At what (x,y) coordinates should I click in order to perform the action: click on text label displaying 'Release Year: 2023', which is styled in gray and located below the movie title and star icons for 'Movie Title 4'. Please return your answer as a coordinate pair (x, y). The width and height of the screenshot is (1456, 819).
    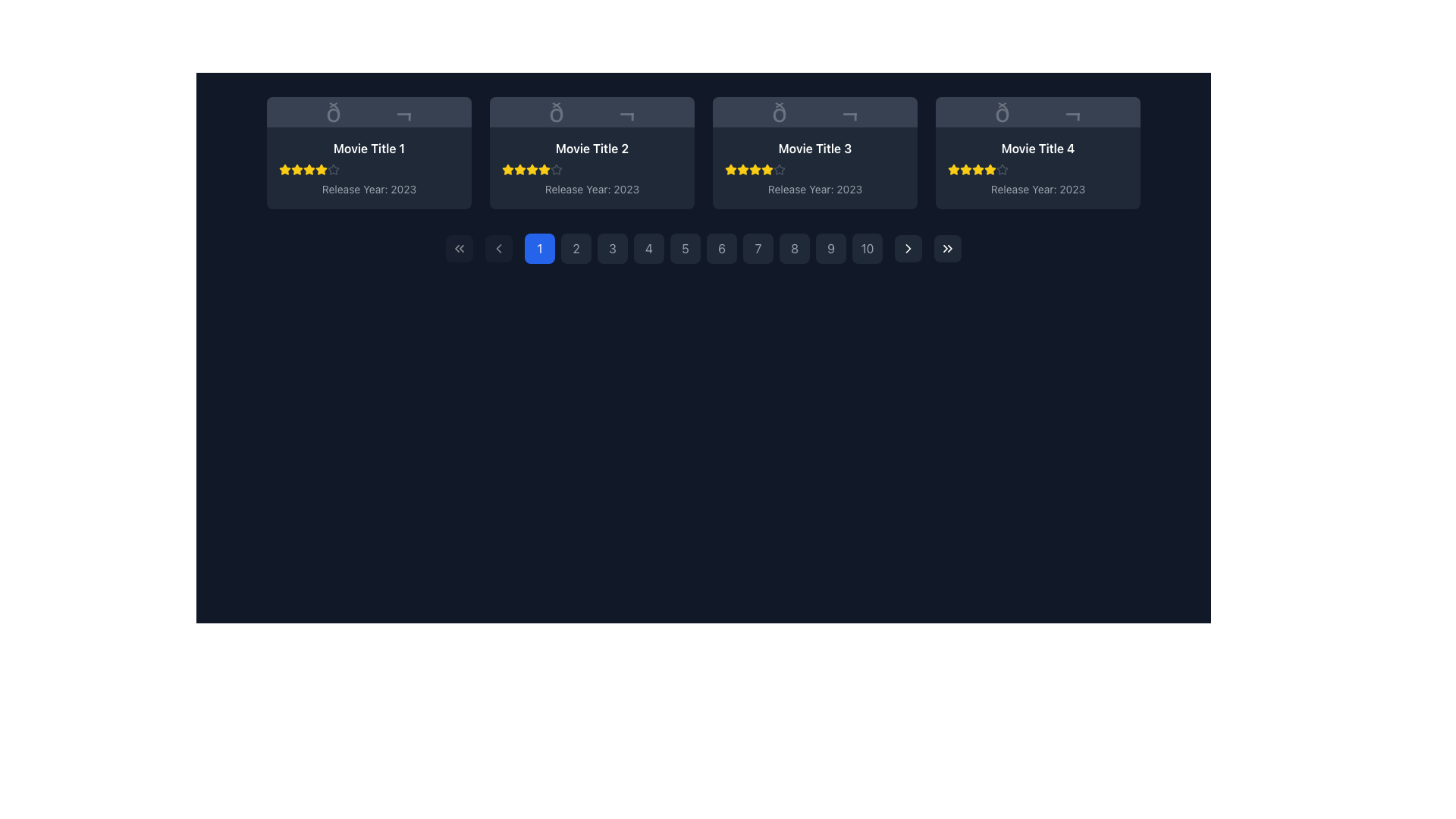
    Looking at the image, I should click on (1037, 189).